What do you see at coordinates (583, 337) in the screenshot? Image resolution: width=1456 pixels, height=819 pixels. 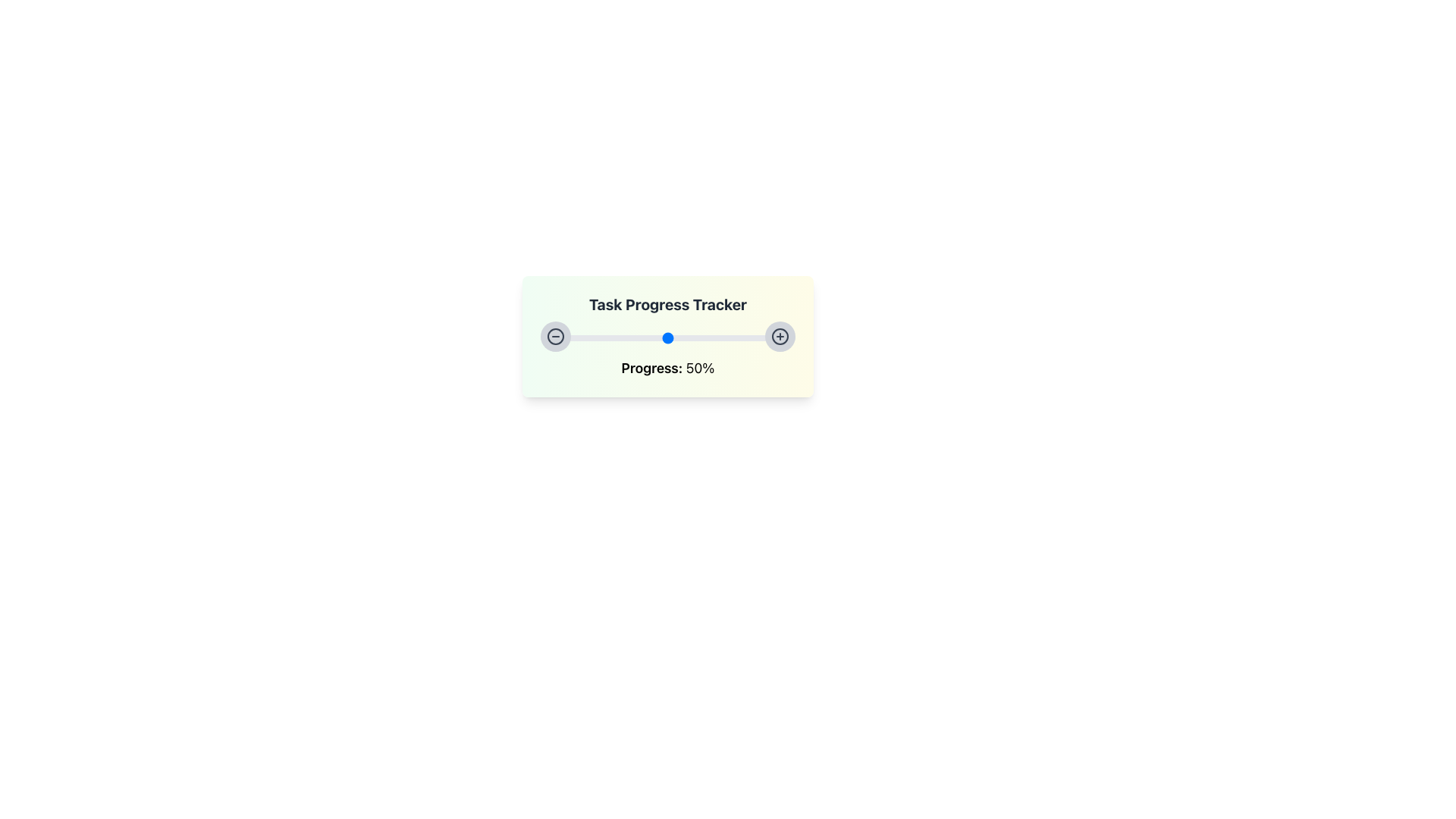 I see `the slider` at bounding box center [583, 337].